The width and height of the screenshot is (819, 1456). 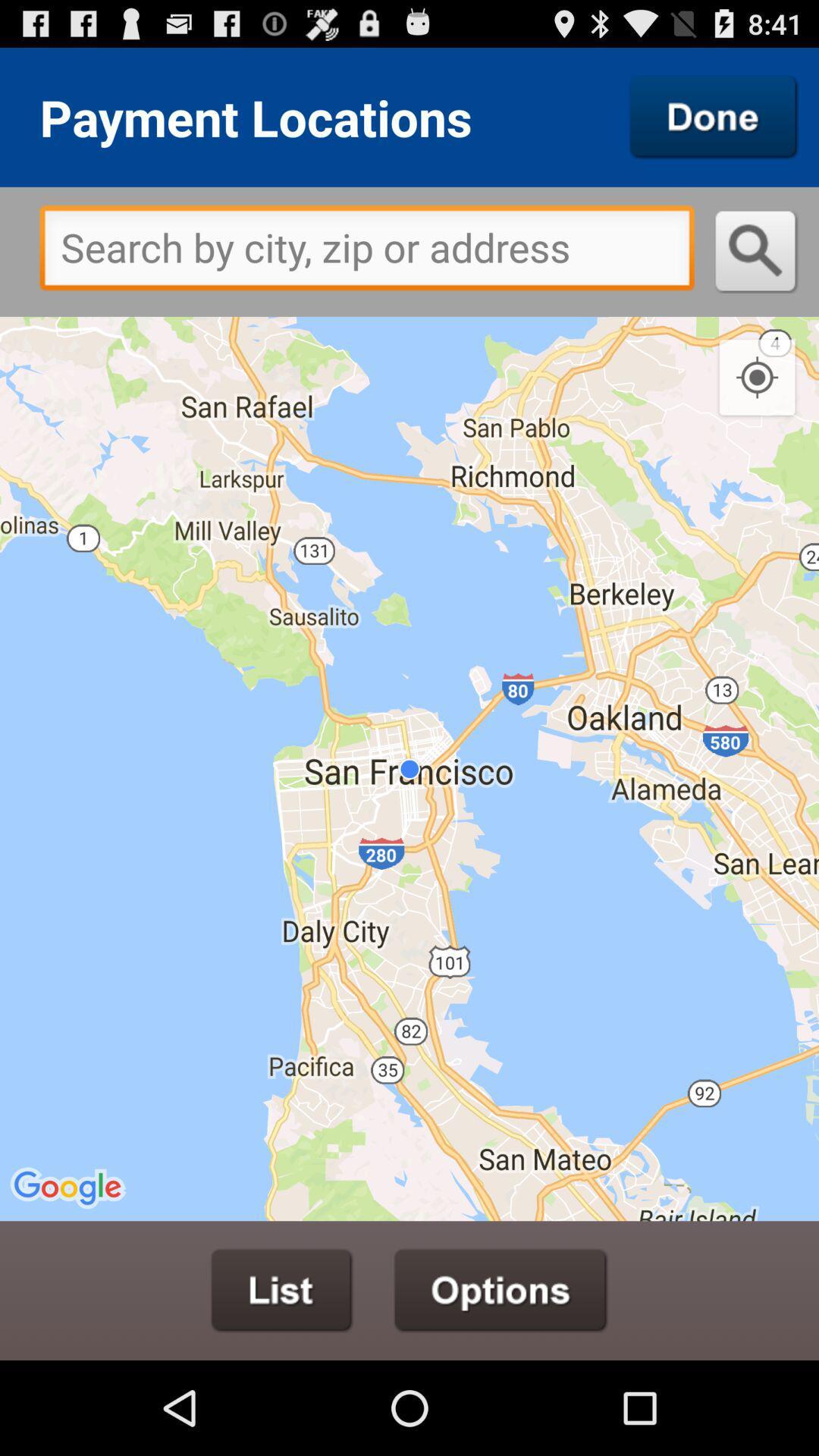 I want to click on the location_crosshair icon, so click(x=757, y=405).